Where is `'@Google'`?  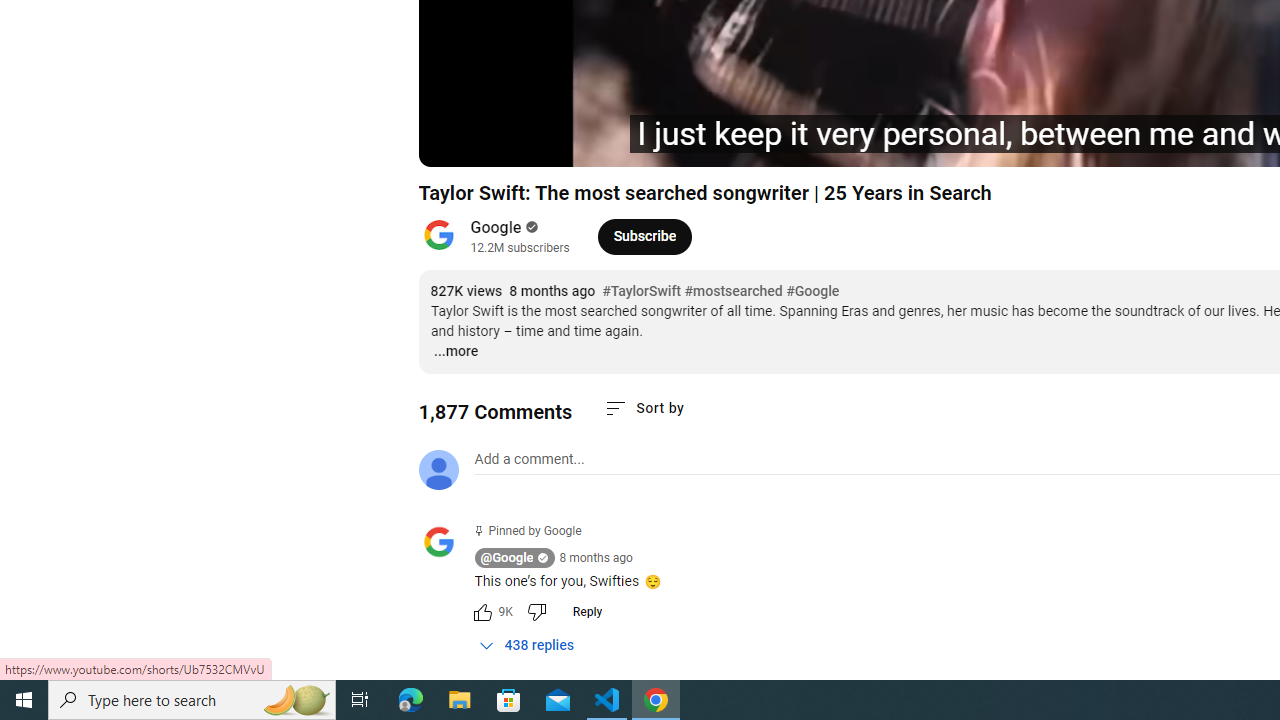
'@Google' is located at coordinates (506, 558).